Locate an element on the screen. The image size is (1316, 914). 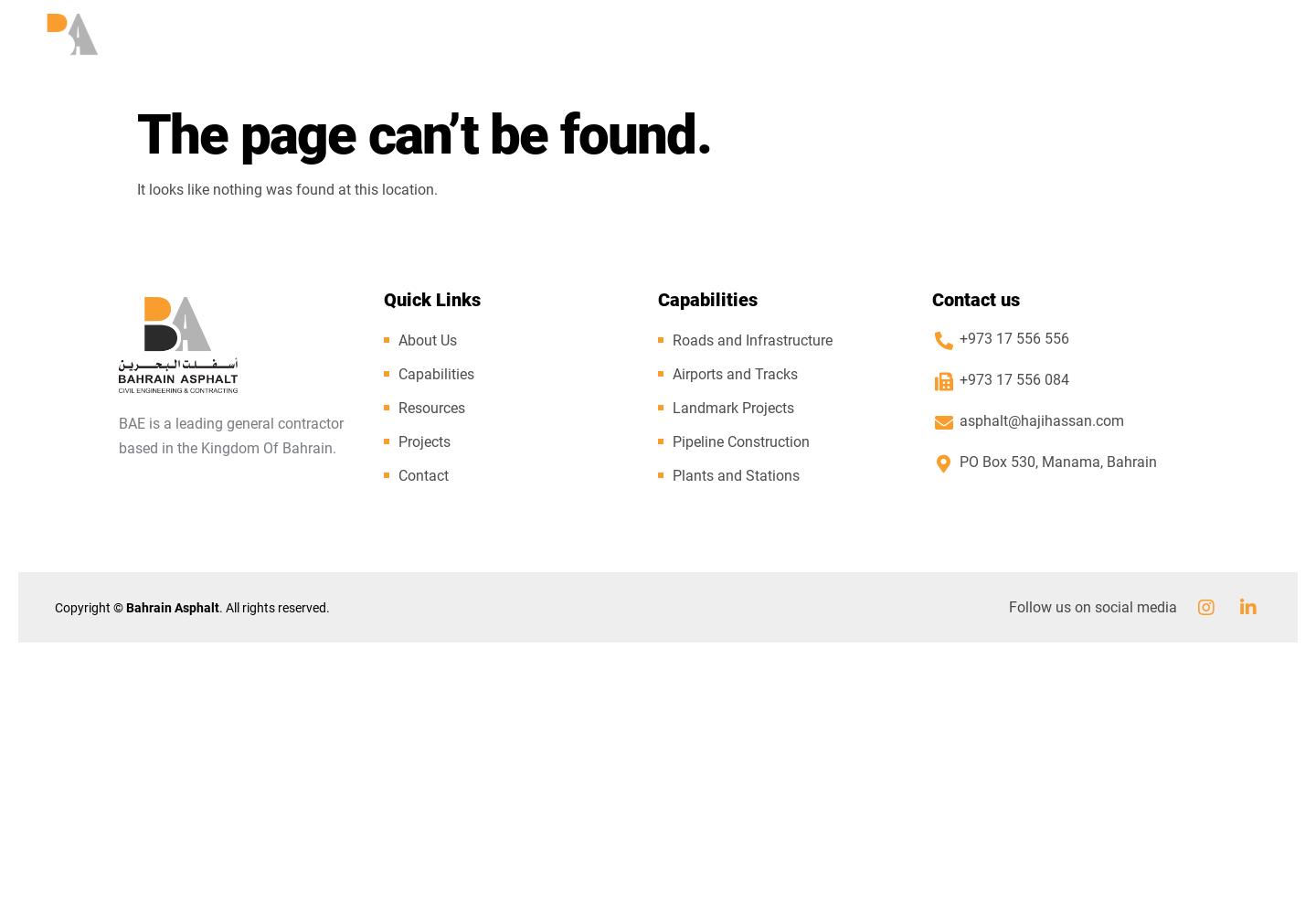
'. All rights reserved.' is located at coordinates (273, 607).